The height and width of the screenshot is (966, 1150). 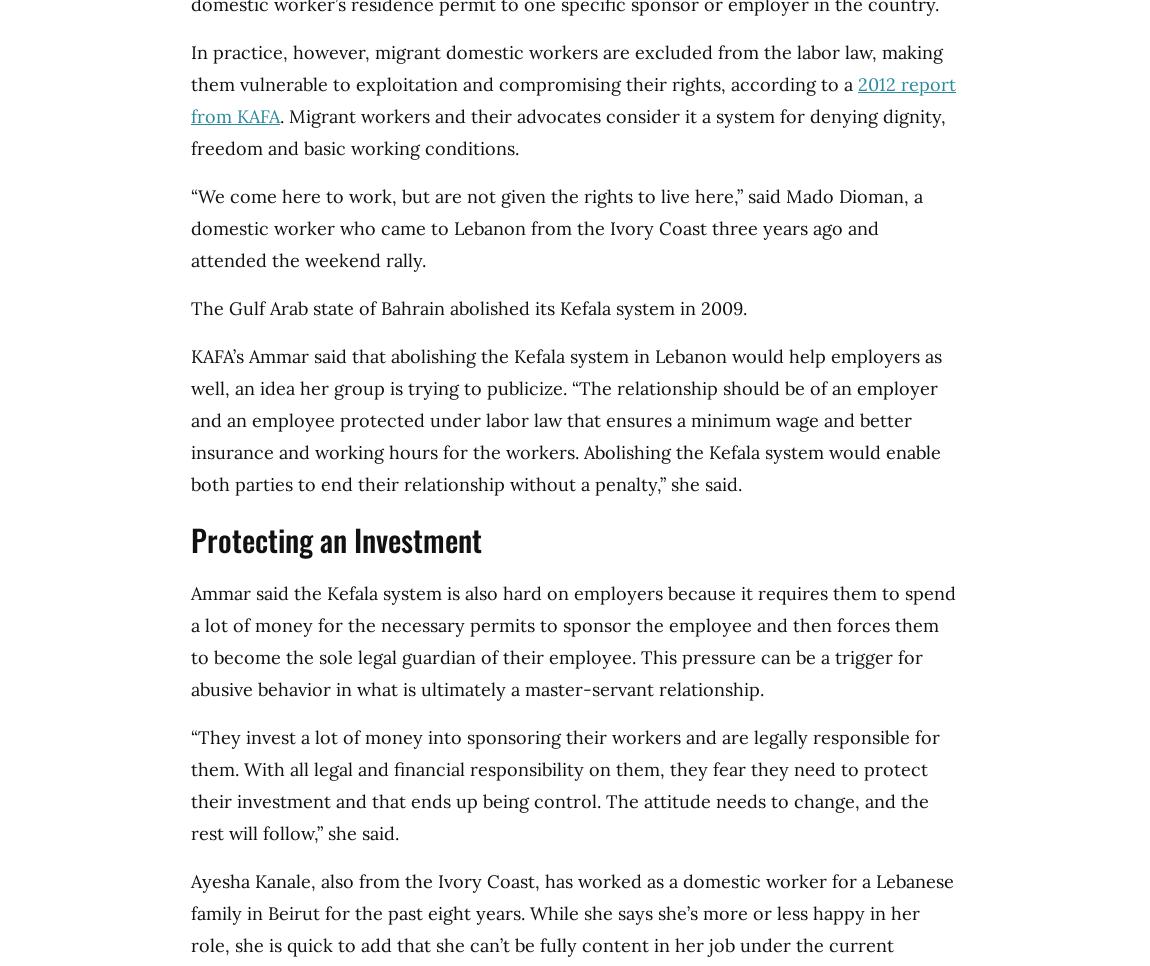 I want to click on 'KAFA’s Ammar said that abolishing the Kefala system in Lebanon would help employers as well, an idea her group is trying to publicize. “The relationship should be of an employer and an employee protected under labor law that ensures a minimum wage and better insurance and working hours for the workers. Abolishing the Kefala system would enable both parties to end their relationship without a penalty,” she said.', so click(x=566, y=419).